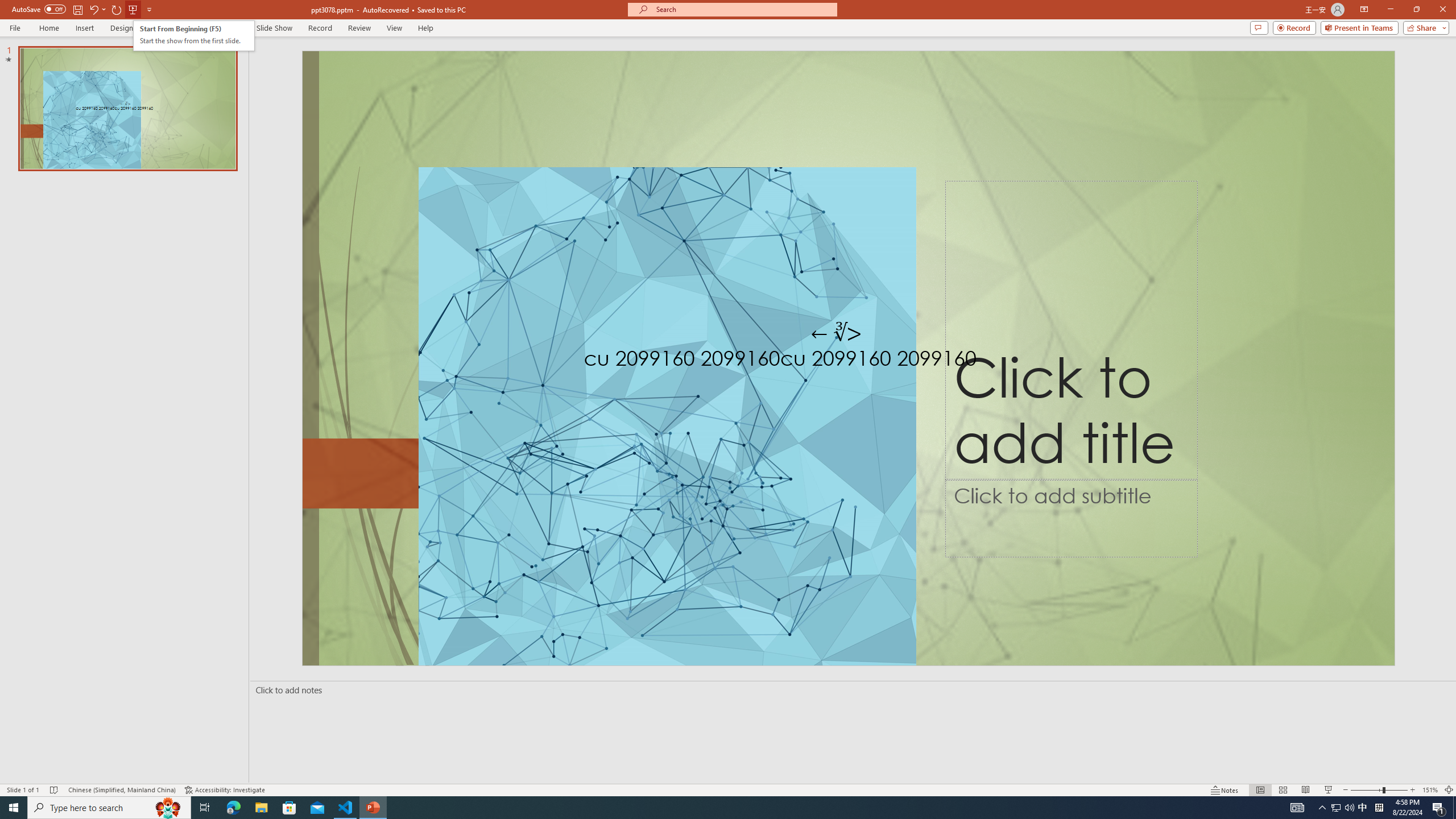 The width and height of the screenshot is (1456, 819). I want to click on 'Zoom 151%', so click(1430, 790).